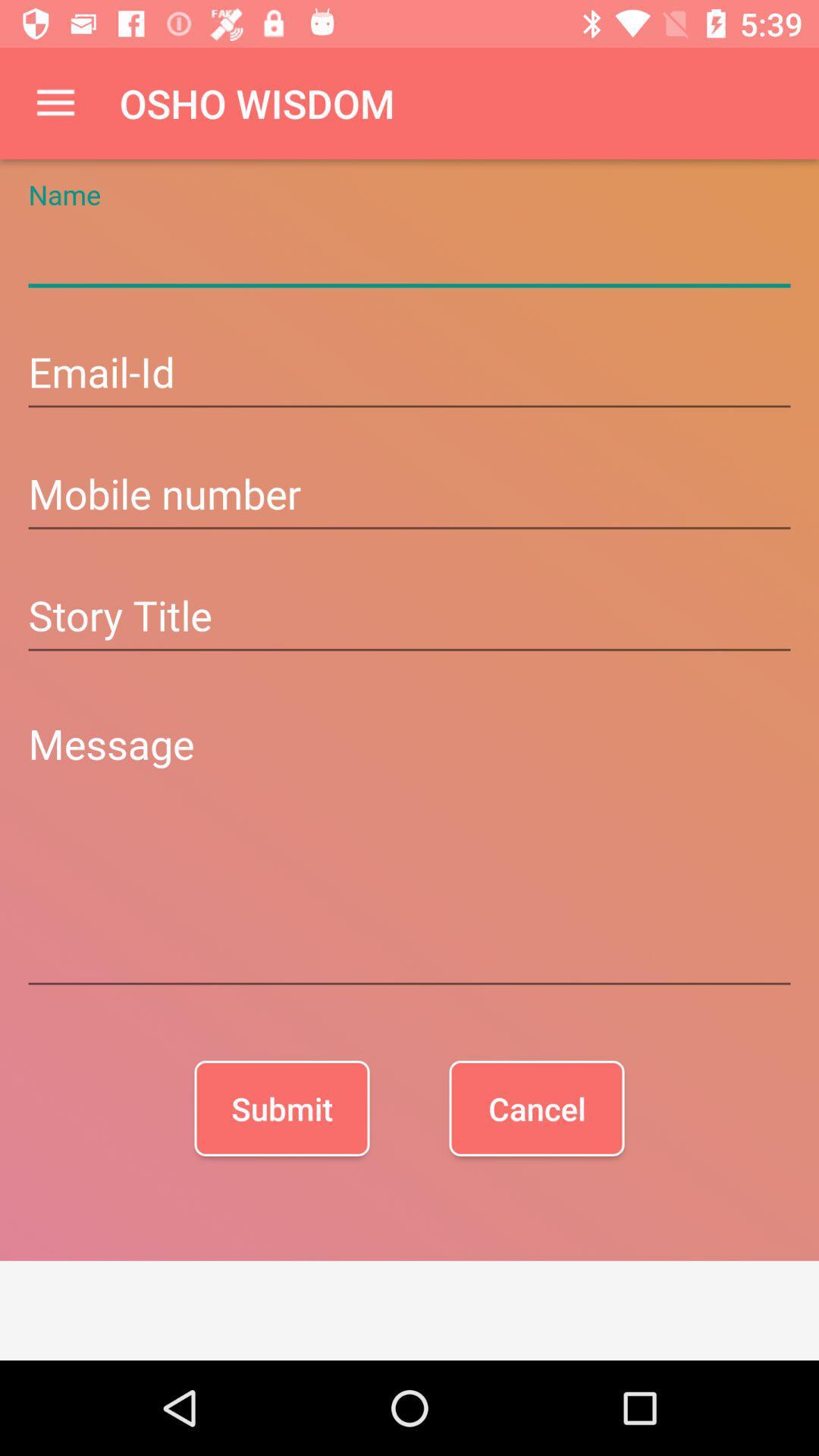 The height and width of the screenshot is (1456, 819). What do you see at coordinates (409, 496) in the screenshot?
I see `telephone number` at bounding box center [409, 496].